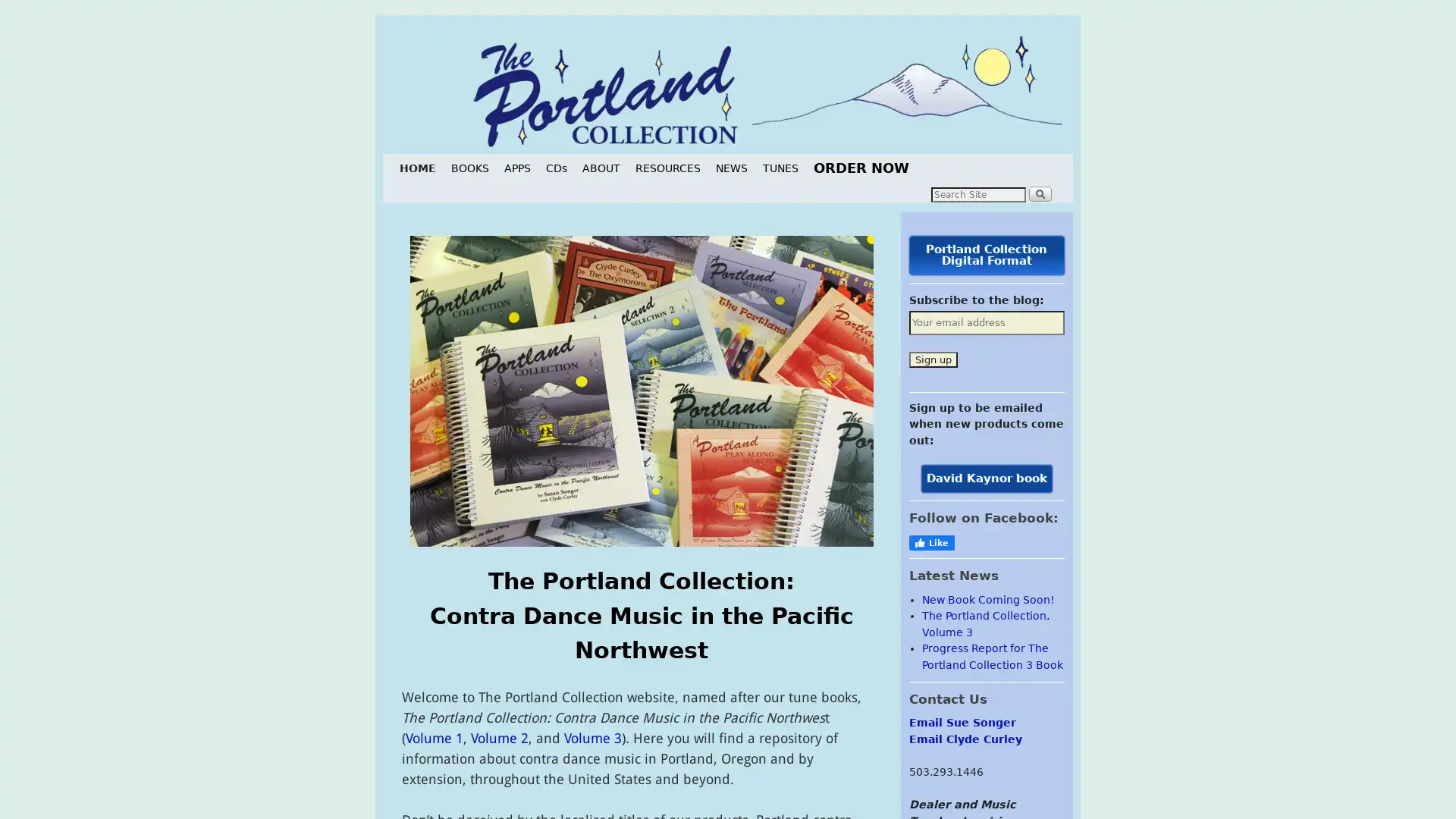 The image size is (1456, 819). What do you see at coordinates (1040, 192) in the screenshot?
I see `Search` at bounding box center [1040, 192].